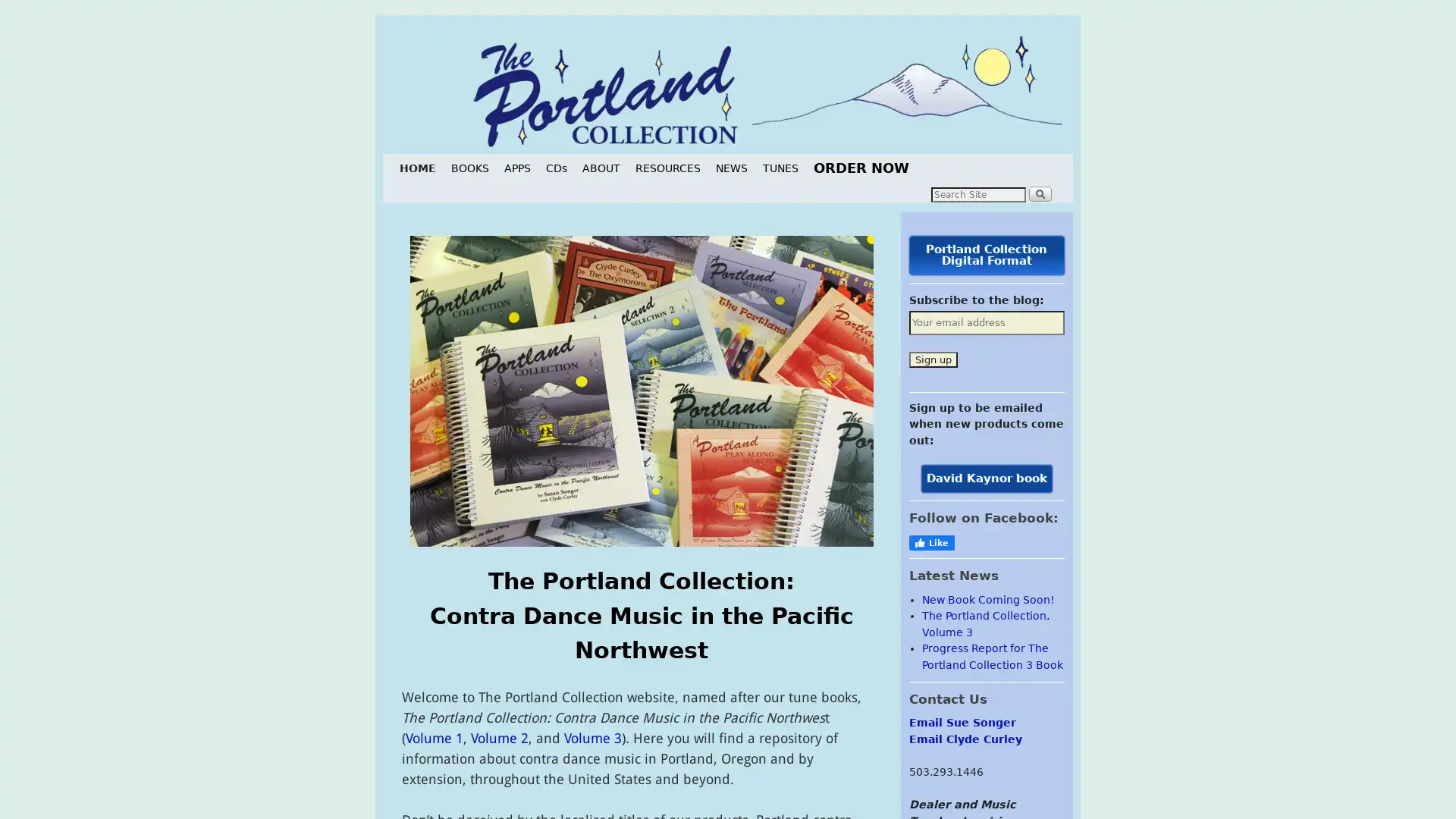 The image size is (1456, 819). What do you see at coordinates (1040, 192) in the screenshot?
I see `Search` at bounding box center [1040, 192].